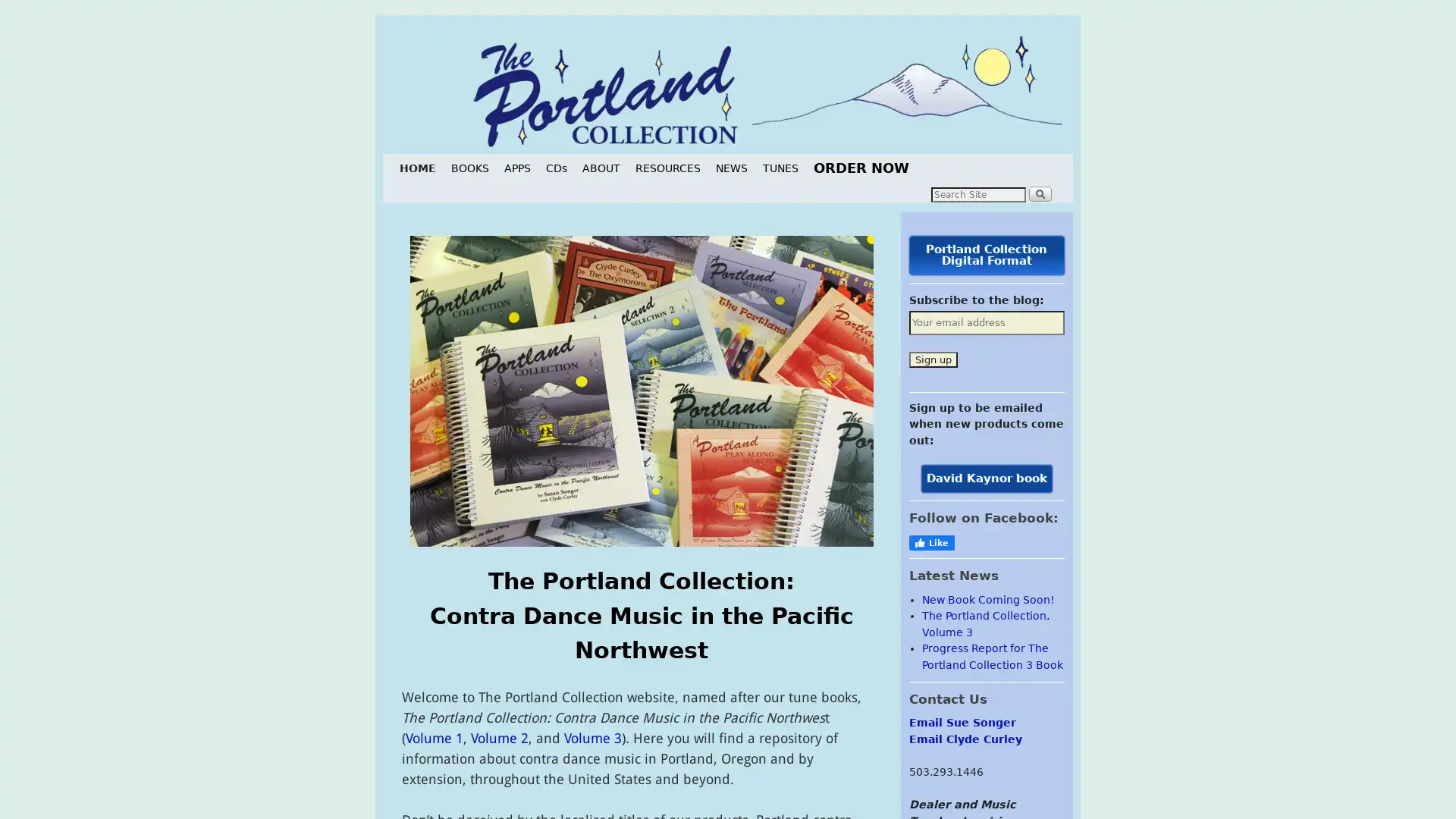 The image size is (1456, 819). What do you see at coordinates (1040, 192) in the screenshot?
I see `Search` at bounding box center [1040, 192].